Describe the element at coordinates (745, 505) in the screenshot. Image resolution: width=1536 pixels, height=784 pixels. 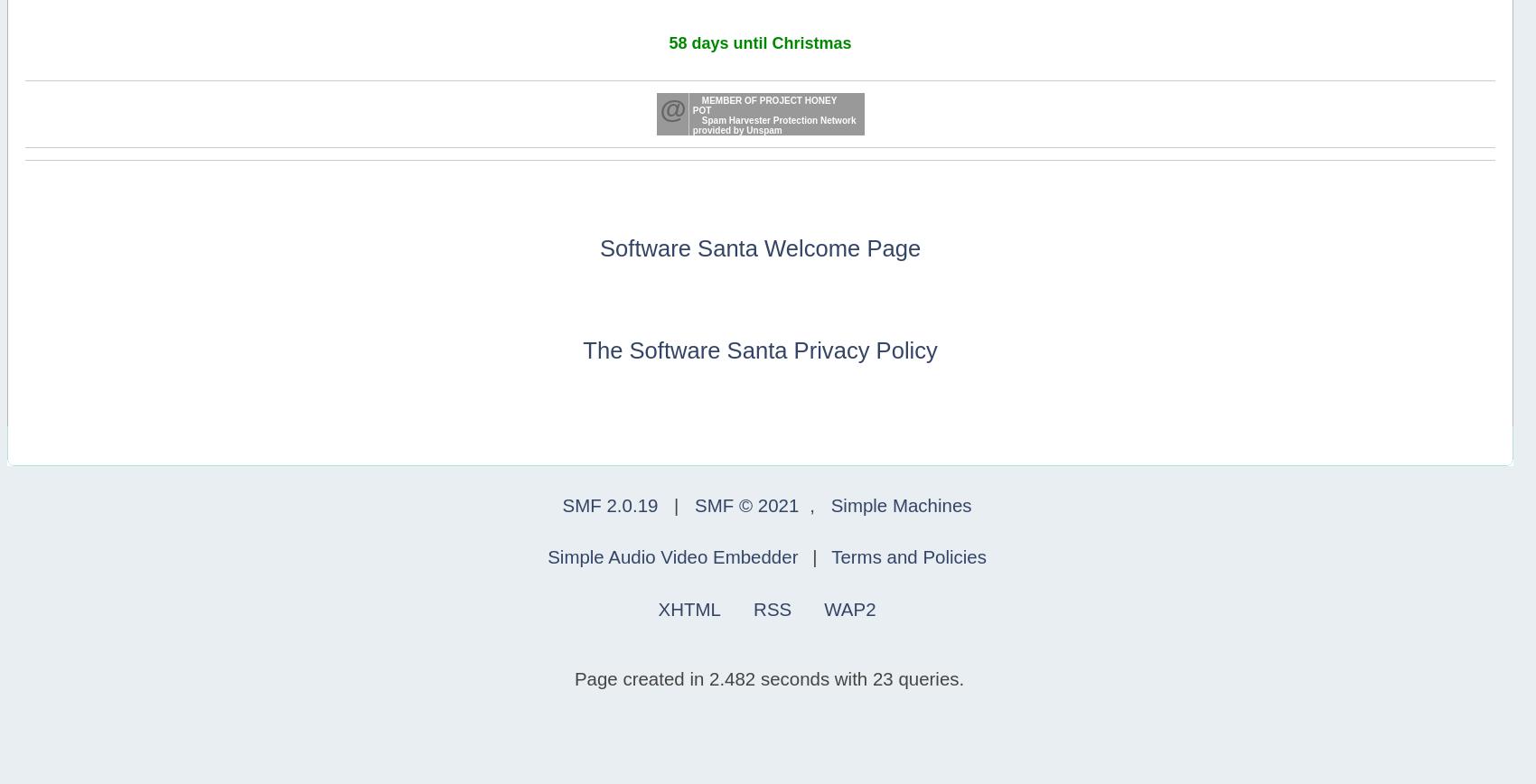
I see `'SMF © 2021'` at that location.